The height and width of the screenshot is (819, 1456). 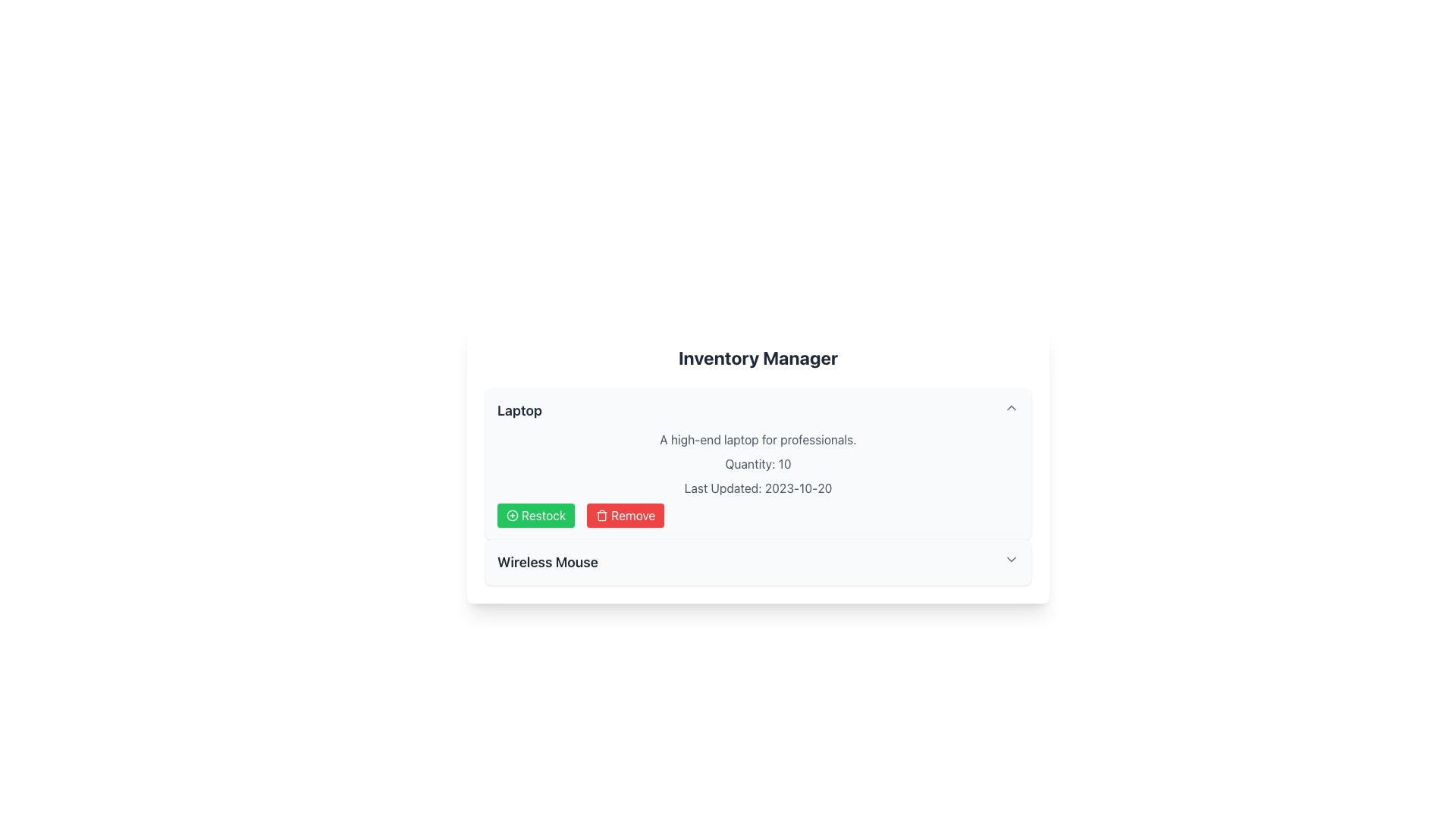 What do you see at coordinates (1012, 559) in the screenshot?
I see `the chevron-down icon next to the 'Wireless Mouse' text` at bounding box center [1012, 559].